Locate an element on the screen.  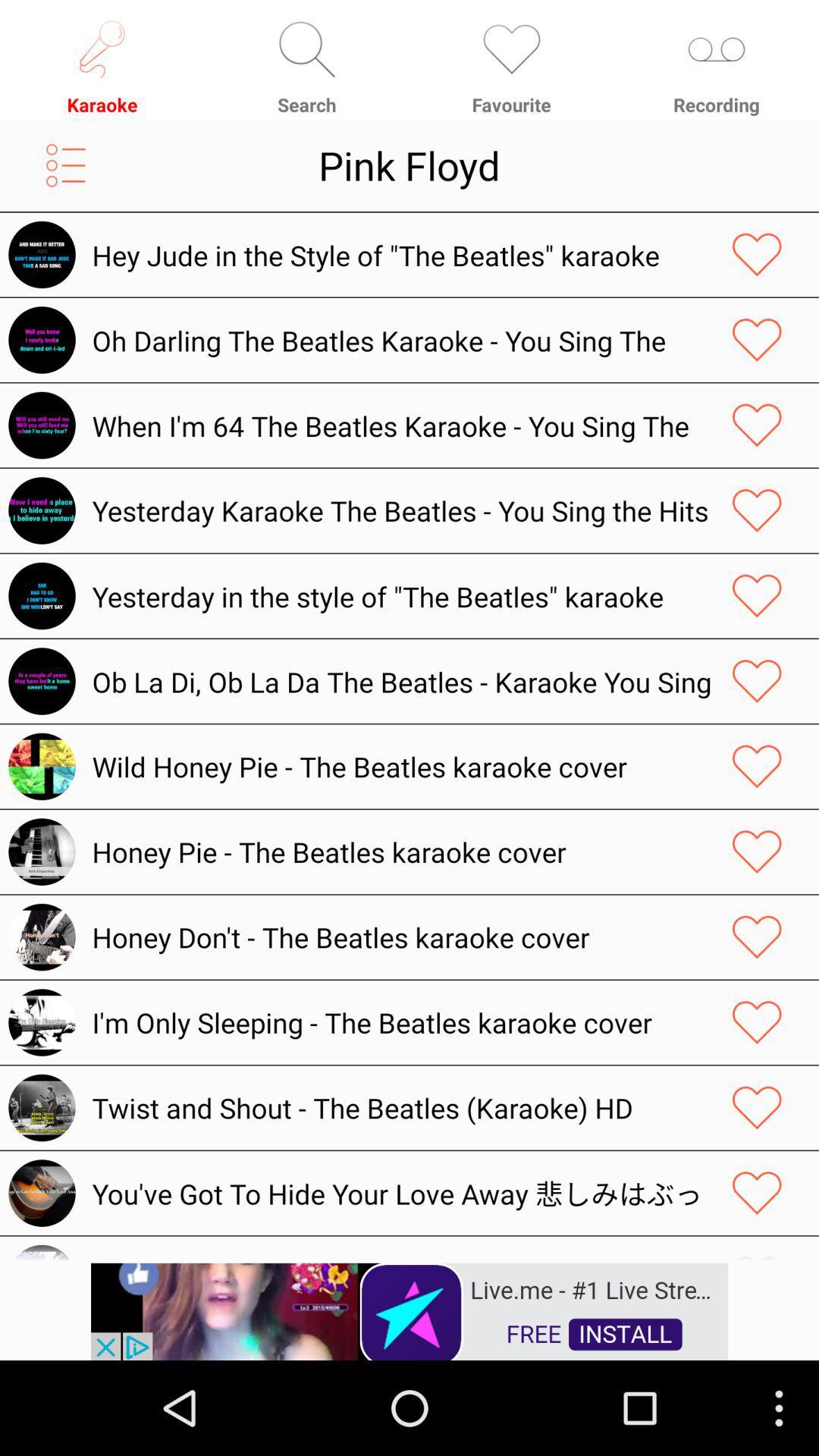
the list icon is located at coordinates (65, 177).